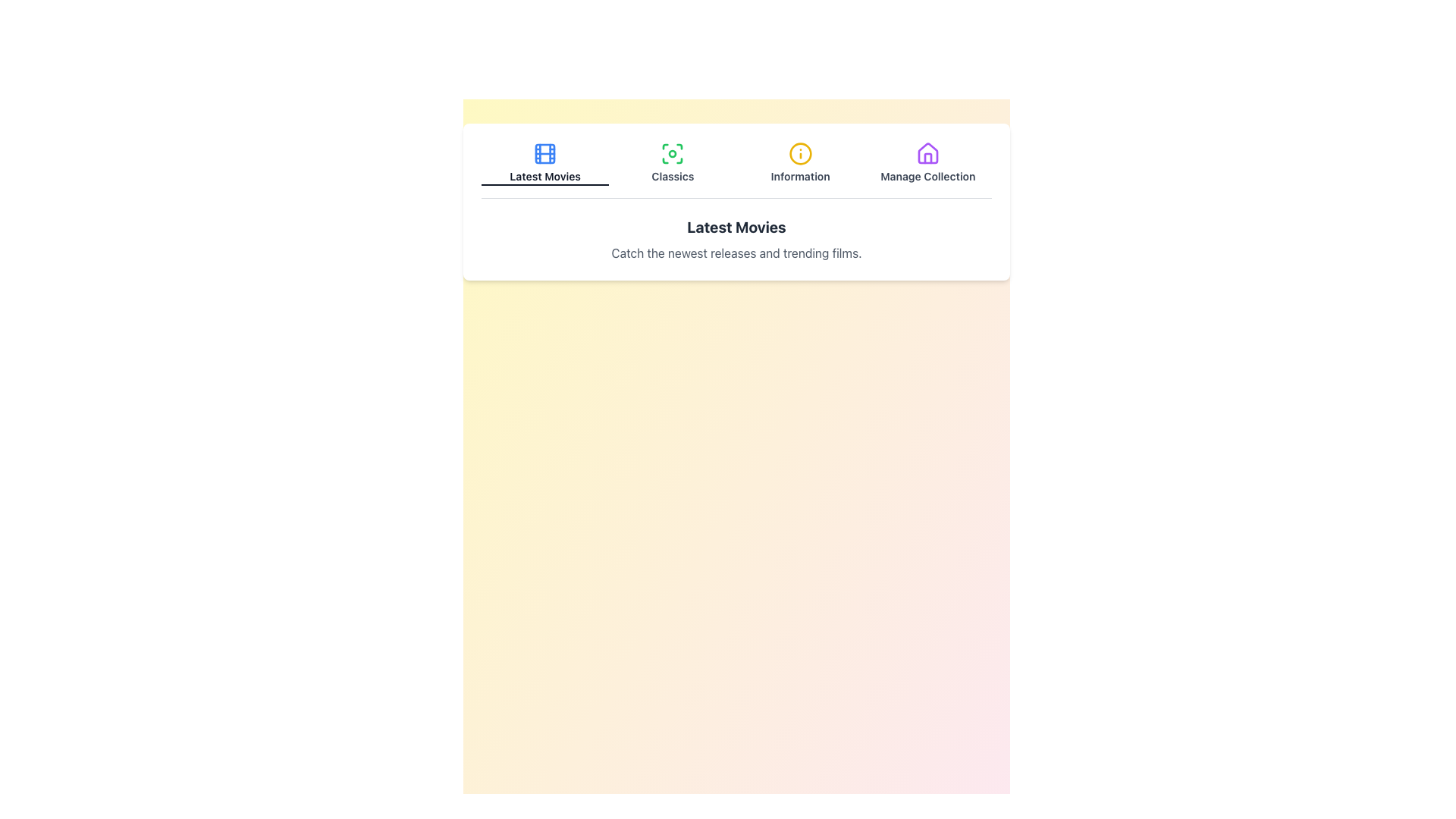 The image size is (1456, 819). Describe the element at coordinates (672, 175) in the screenshot. I see `the 'Classics' text label, which is the second label from the left in a horizontal row indicating a category for classic movies, positioned beneath a green focus design icon` at that location.